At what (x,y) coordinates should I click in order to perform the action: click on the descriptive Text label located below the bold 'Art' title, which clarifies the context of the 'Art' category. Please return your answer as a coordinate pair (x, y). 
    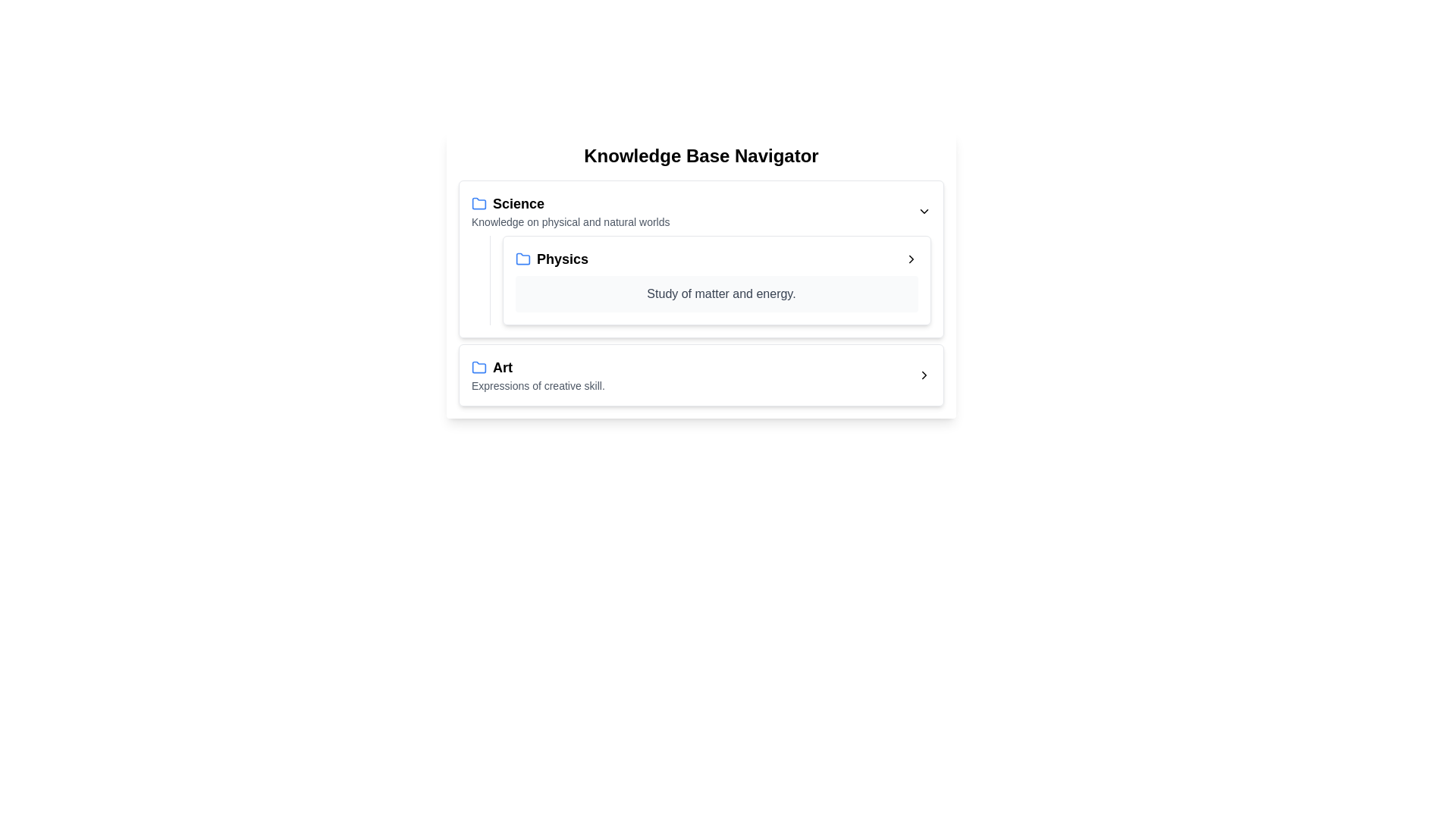
    Looking at the image, I should click on (538, 385).